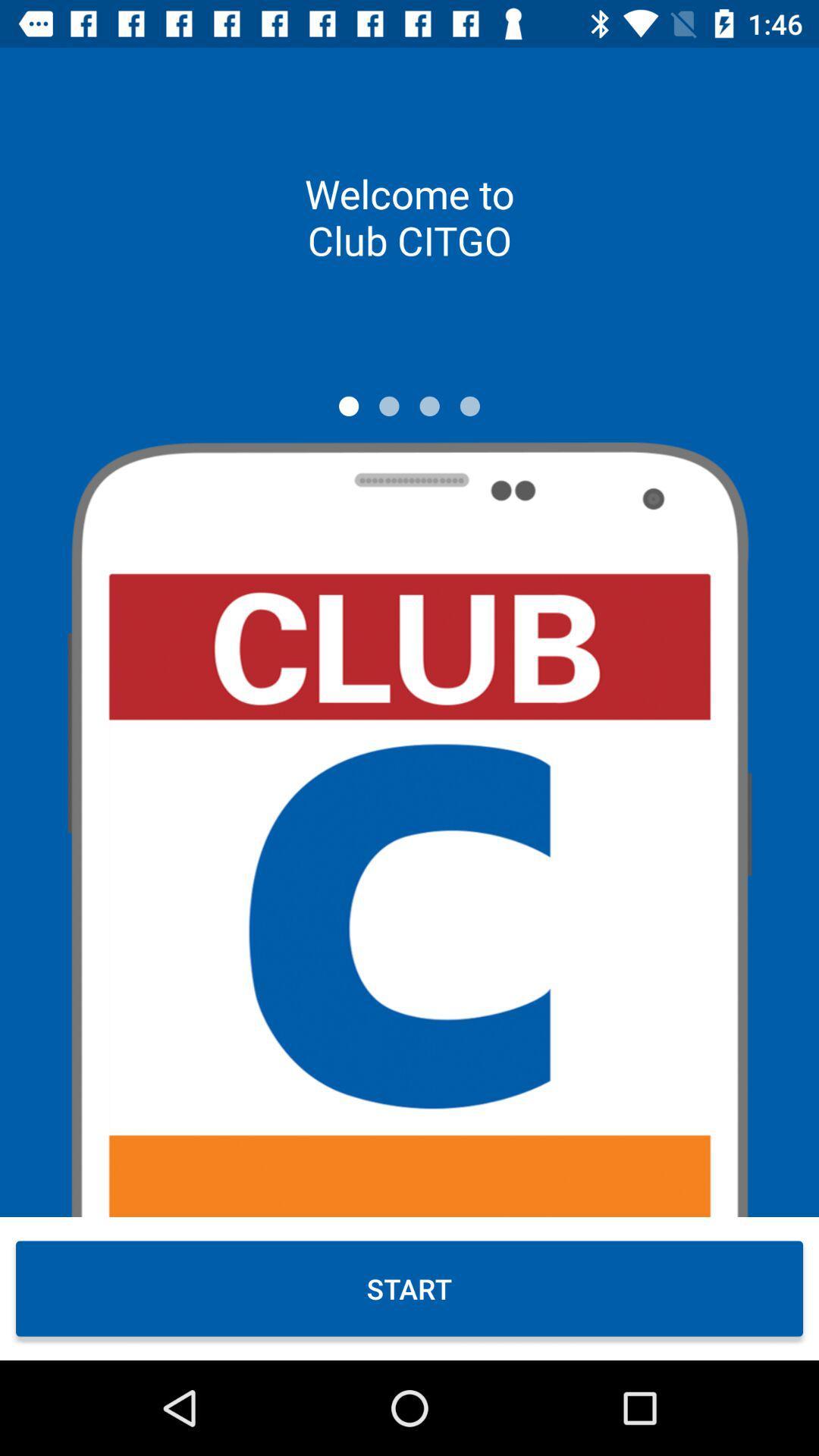  What do you see at coordinates (388, 406) in the screenshot?
I see `icon below welcome to club item` at bounding box center [388, 406].